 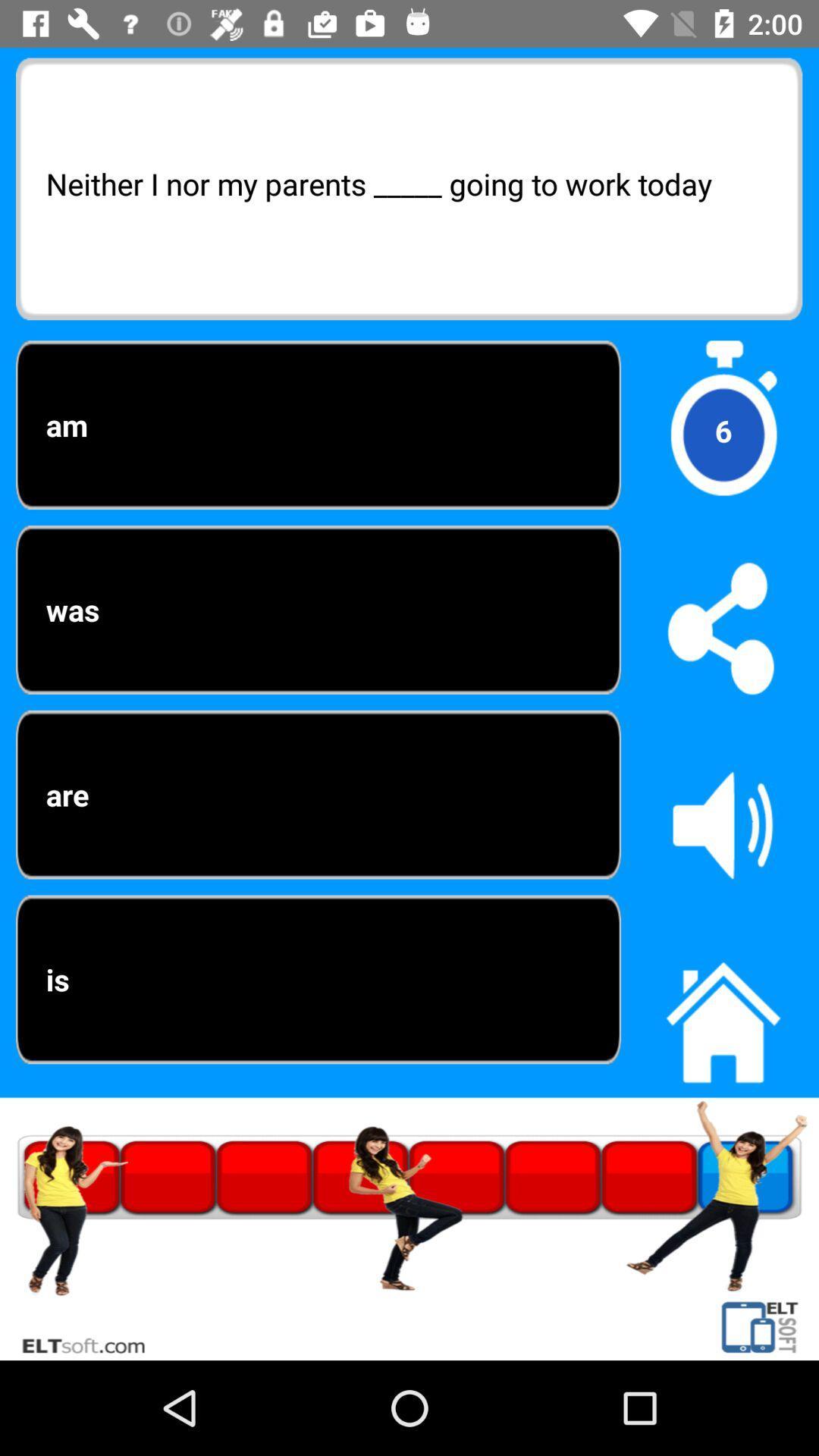 What do you see at coordinates (318, 425) in the screenshot?
I see `the am icon` at bounding box center [318, 425].